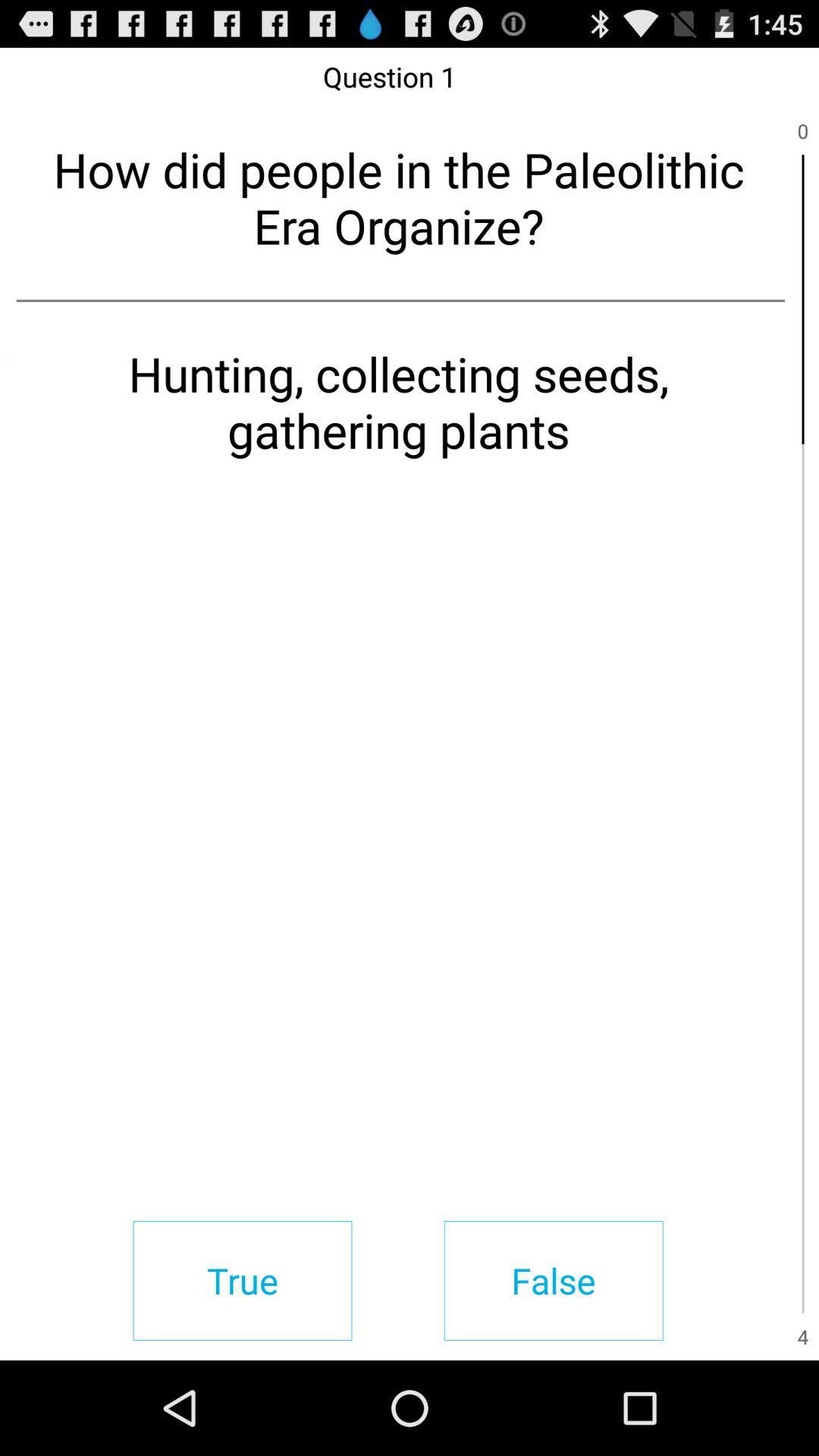 Image resolution: width=819 pixels, height=1456 pixels. Describe the element at coordinates (241, 1280) in the screenshot. I see `true item` at that location.